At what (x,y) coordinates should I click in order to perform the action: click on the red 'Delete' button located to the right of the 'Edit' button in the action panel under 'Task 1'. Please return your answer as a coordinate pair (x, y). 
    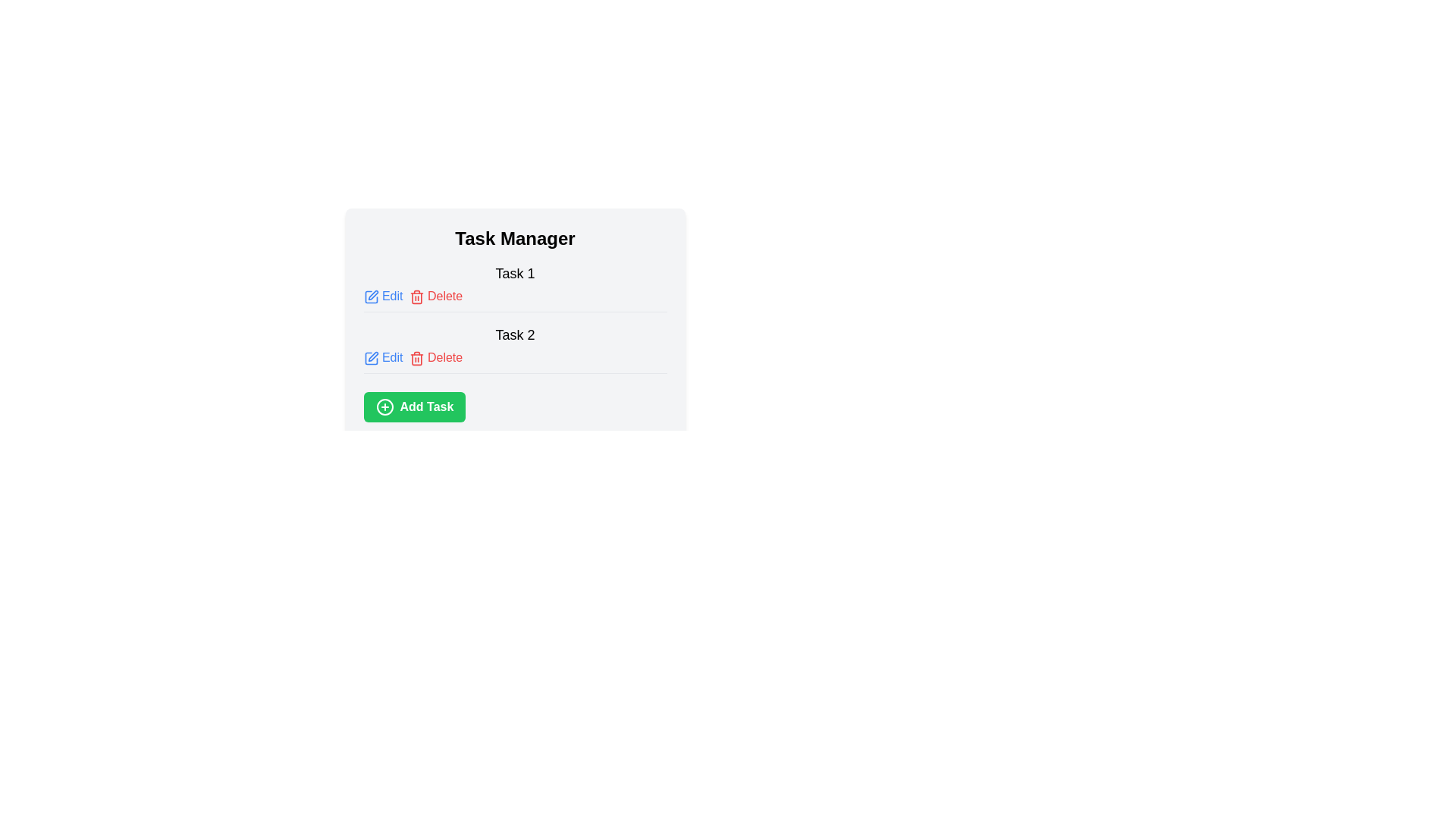
    Looking at the image, I should click on (435, 296).